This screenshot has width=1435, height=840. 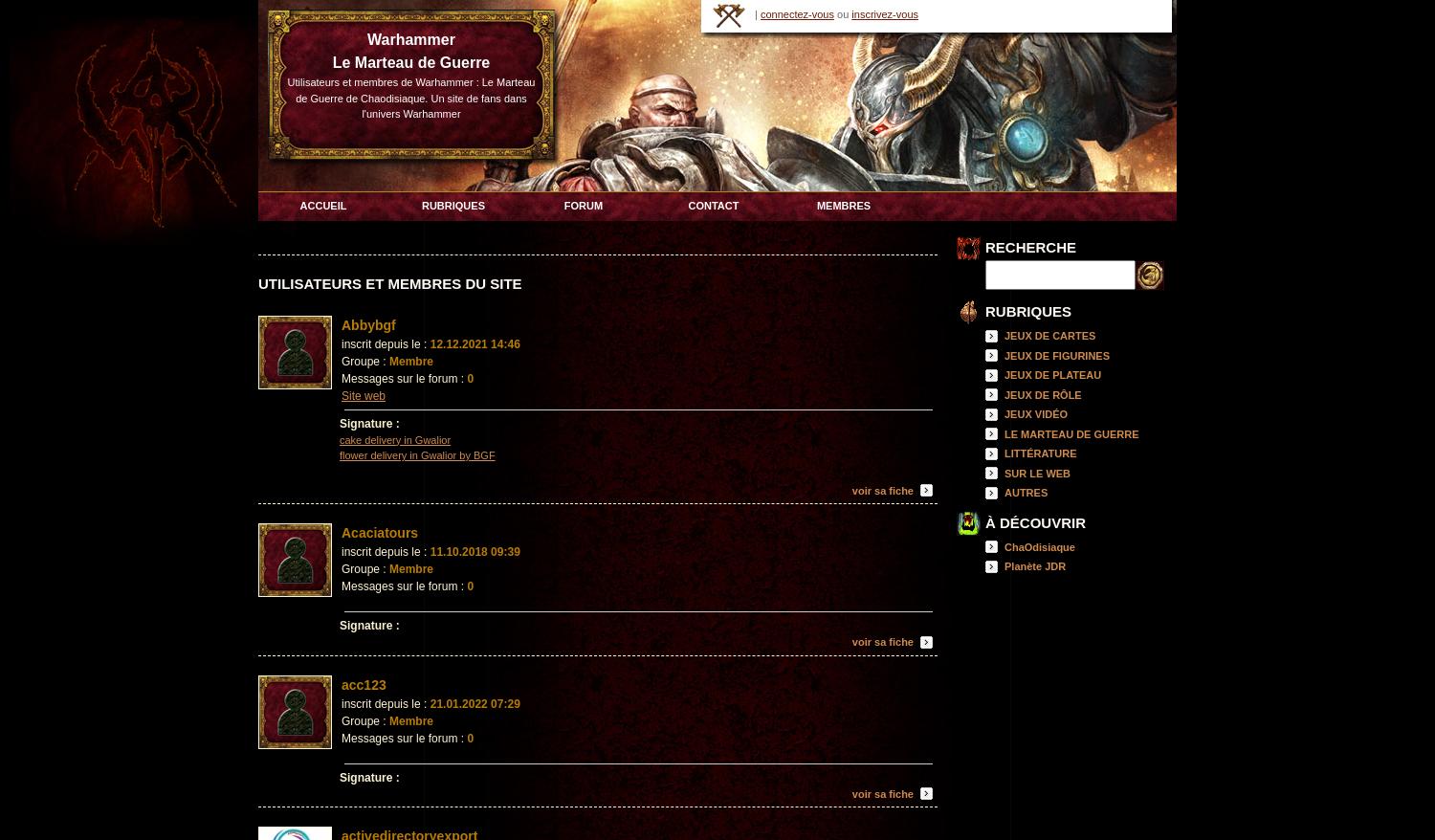 What do you see at coordinates (757, 13) in the screenshot?
I see `'|'` at bounding box center [757, 13].